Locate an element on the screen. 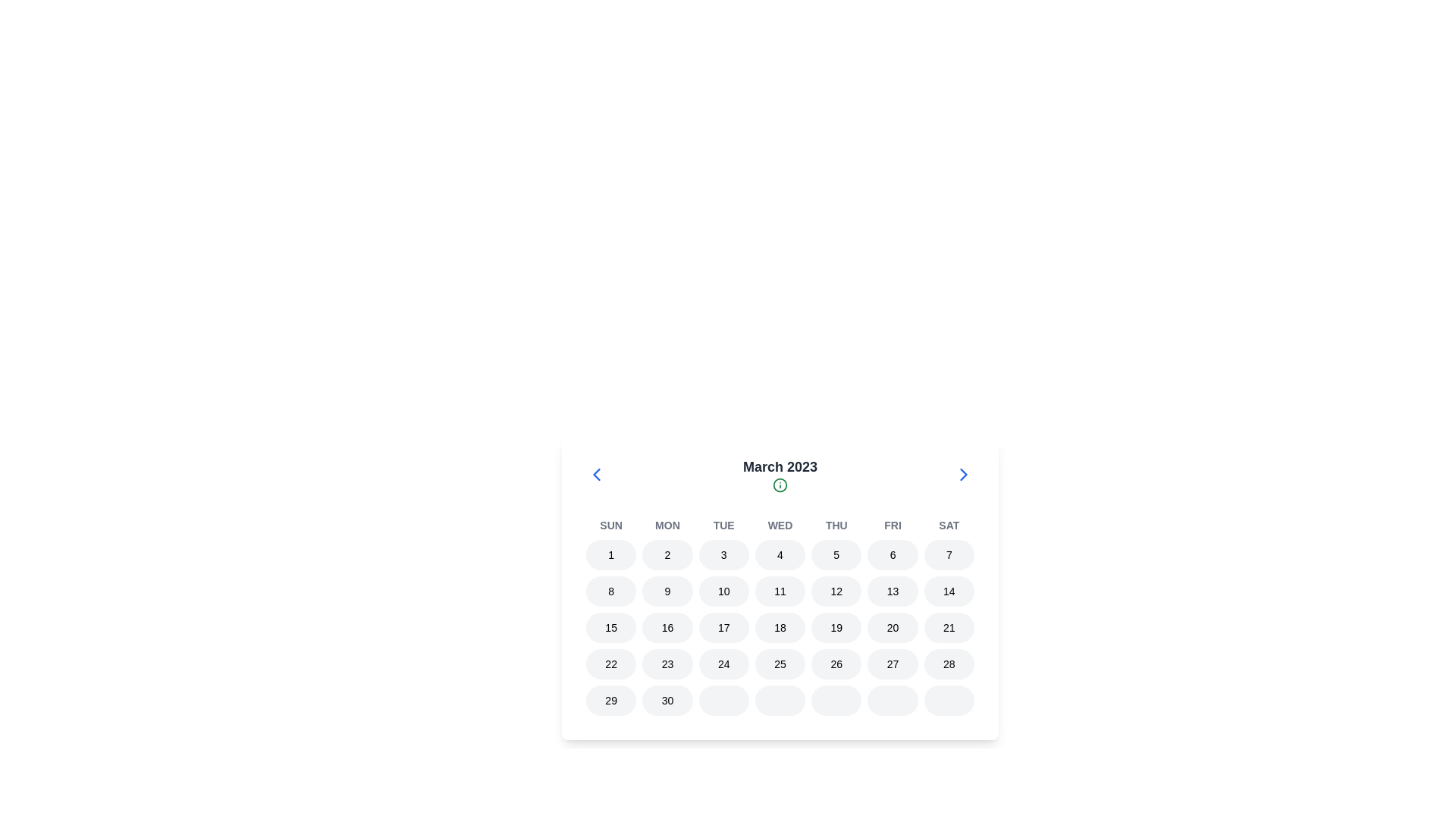 Image resolution: width=1456 pixels, height=819 pixels. the selectable calendar day button labeled '15' in the date-picker interface is located at coordinates (611, 628).